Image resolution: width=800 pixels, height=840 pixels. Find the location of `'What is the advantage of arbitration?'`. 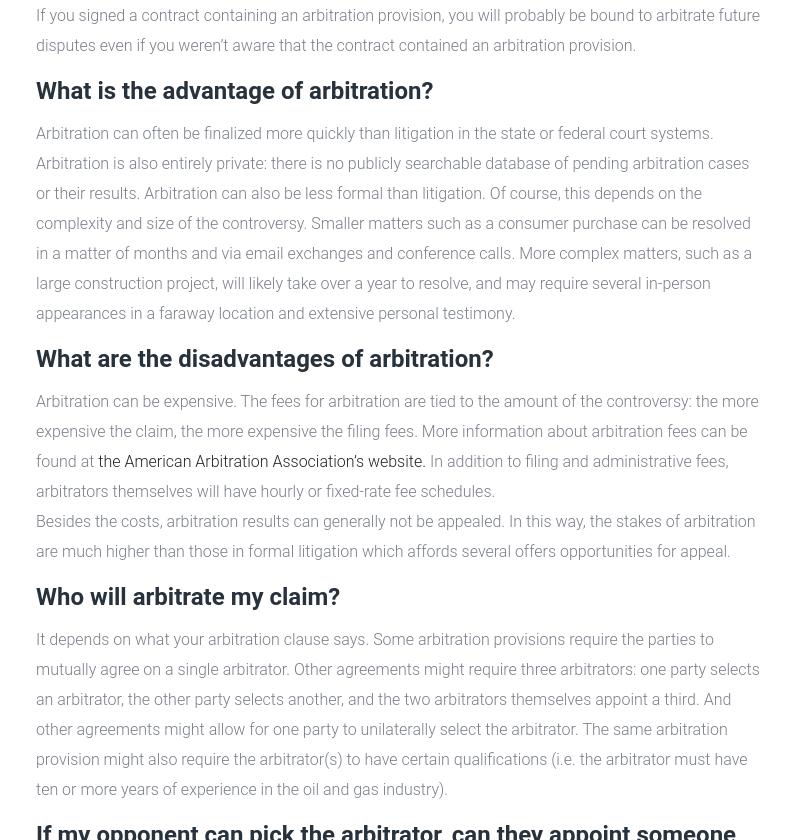

'What is the advantage of arbitration?' is located at coordinates (233, 90).